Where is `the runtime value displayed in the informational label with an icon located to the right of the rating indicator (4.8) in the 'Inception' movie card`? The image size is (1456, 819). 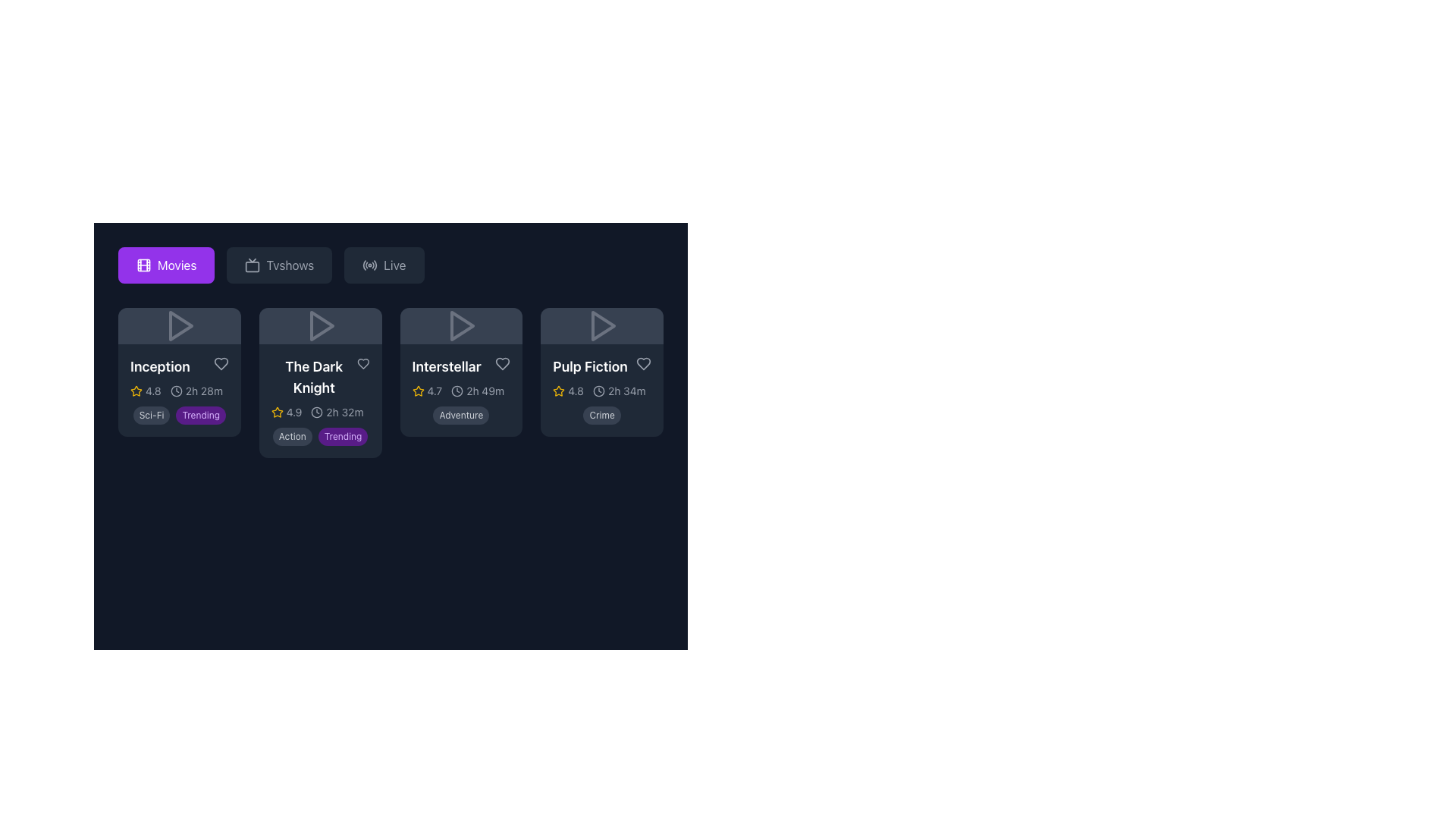 the runtime value displayed in the informational label with an icon located to the right of the rating indicator (4.8) in the 'Inception' movie card is located at coordinates (196, 391).